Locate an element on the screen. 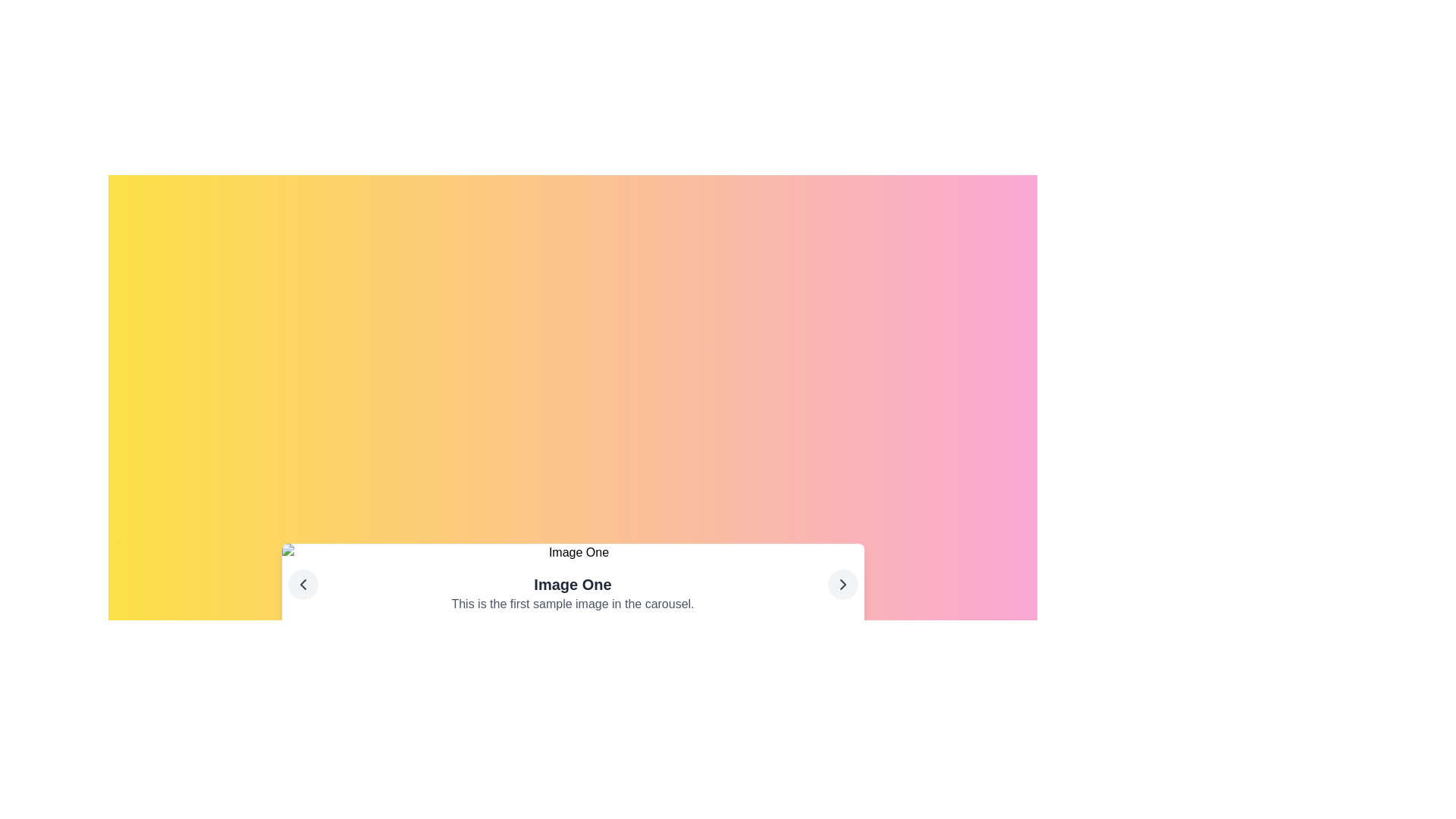 The height and width of the screenshot is (819, 1456). the left navigation button located on the left side of the lower rectangular card element in the carousel is located at coordinates (303, 584).